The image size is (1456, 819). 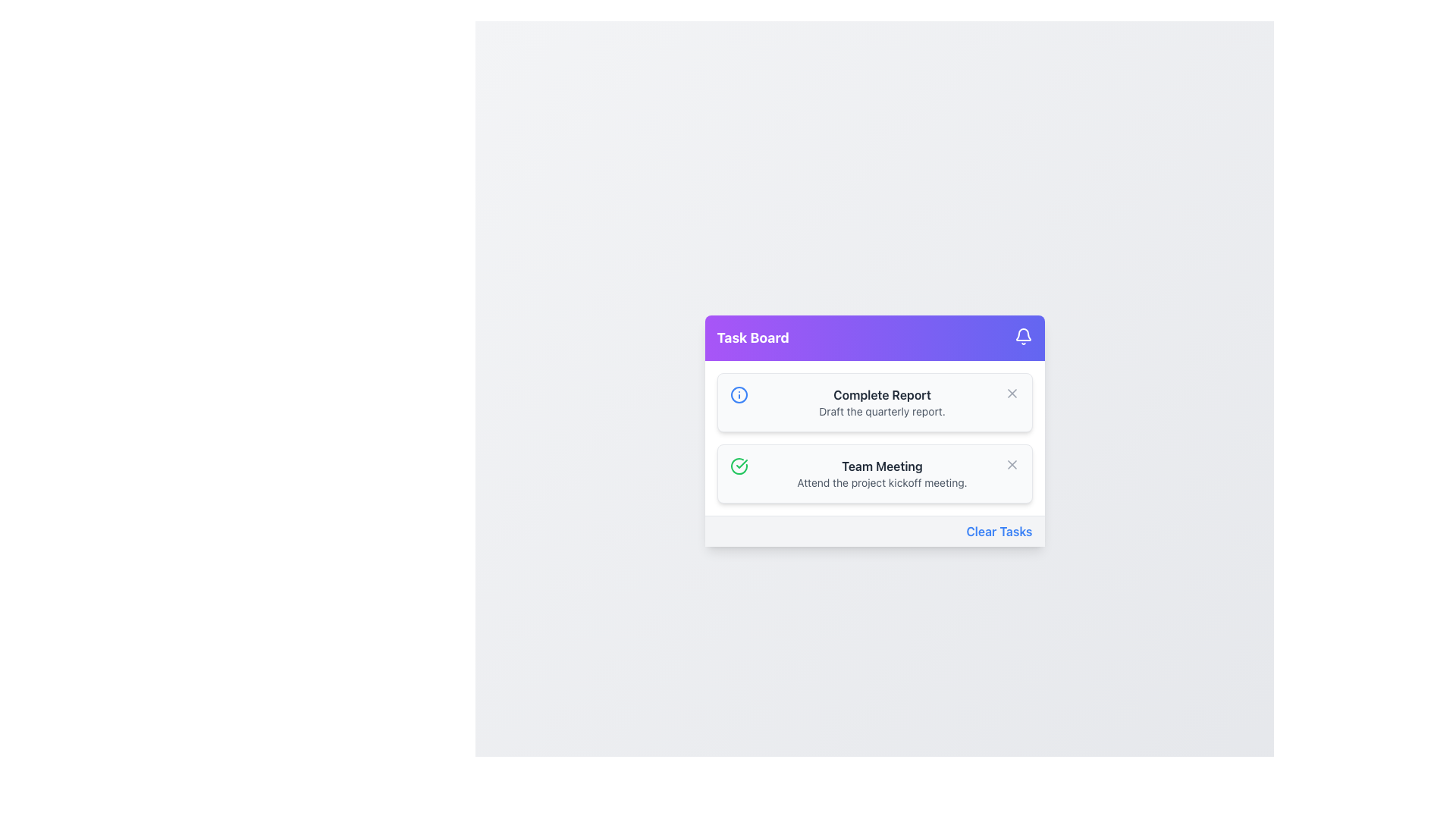 What do you see at coordinates (882, 401) in the screenshot?
I see `the text display block that shows 'Complete Report' and 'Draft the quarterly report', located in the center column above 'Team Meeting'` at bounding box center [882, 401].